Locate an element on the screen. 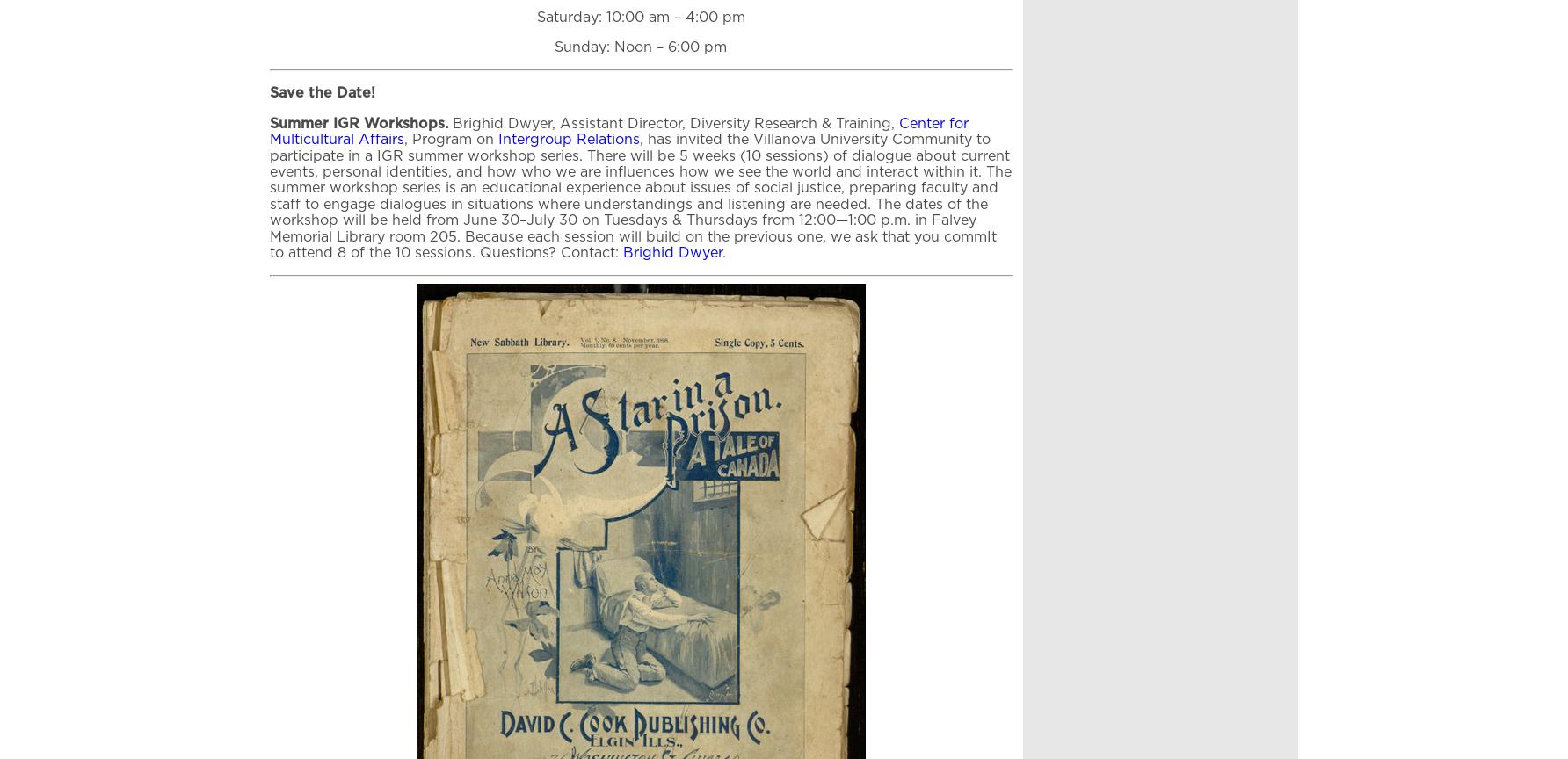  'Center for Multicultural Affairs' is located at coordinates (619, 130).